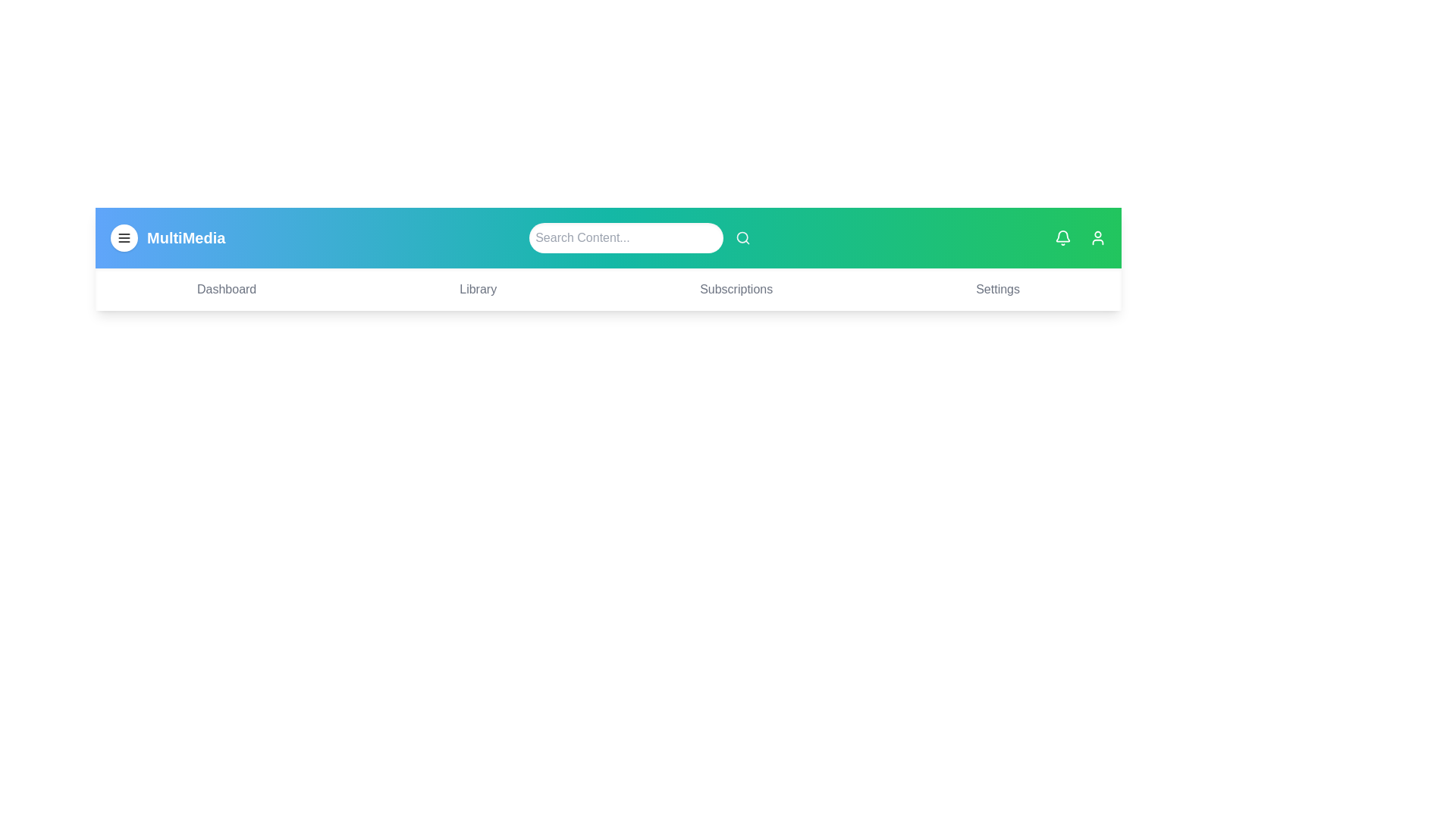 The width and height of the screenshot is (1456, 819). What do you see at coordinates (736, 289) in the screenshot?
I see `the Subscriptions navigation menu item` at bounding box center [736, 289].